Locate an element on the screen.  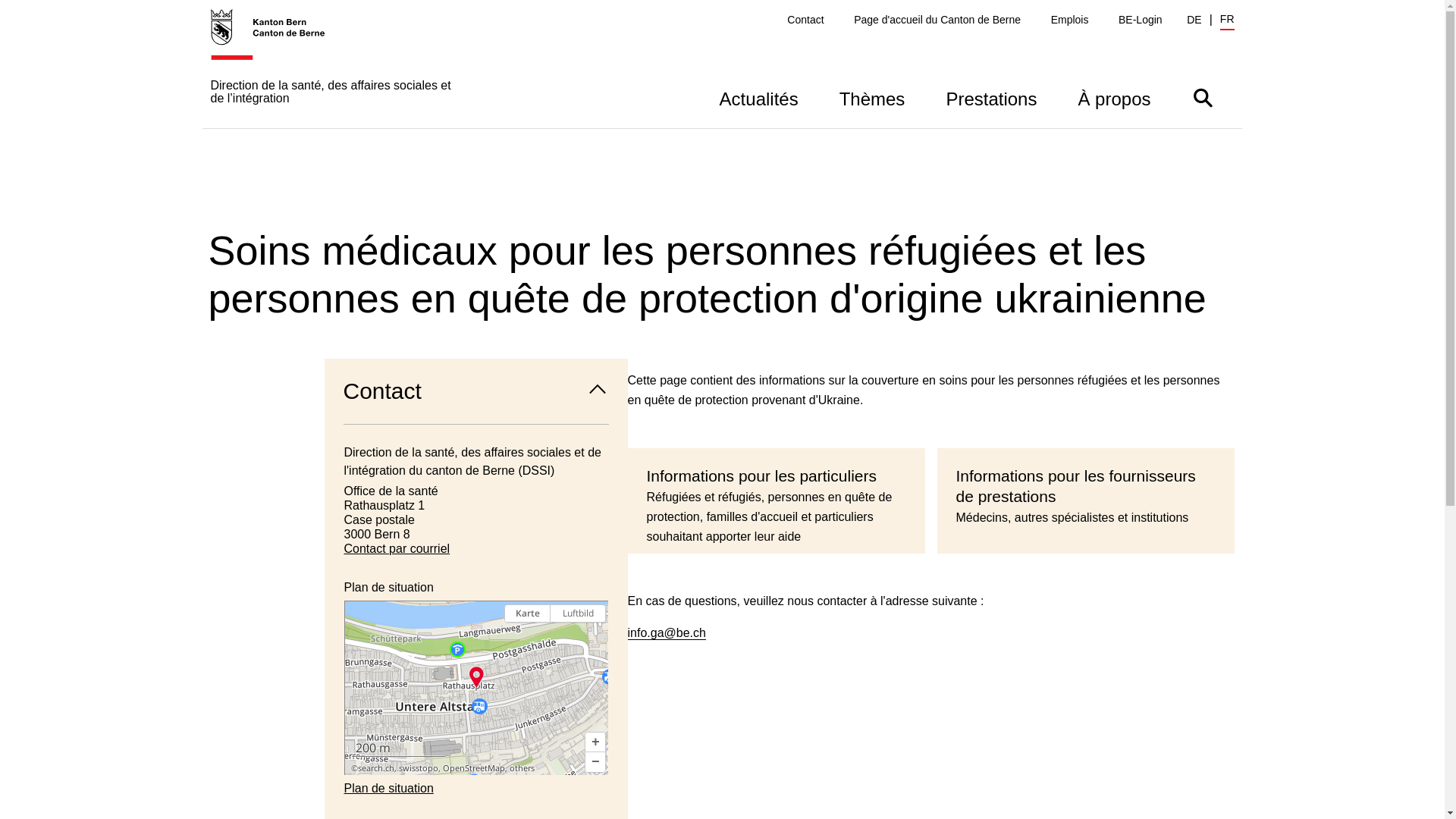
'Emplois' is located at coordinates (1069, 20).